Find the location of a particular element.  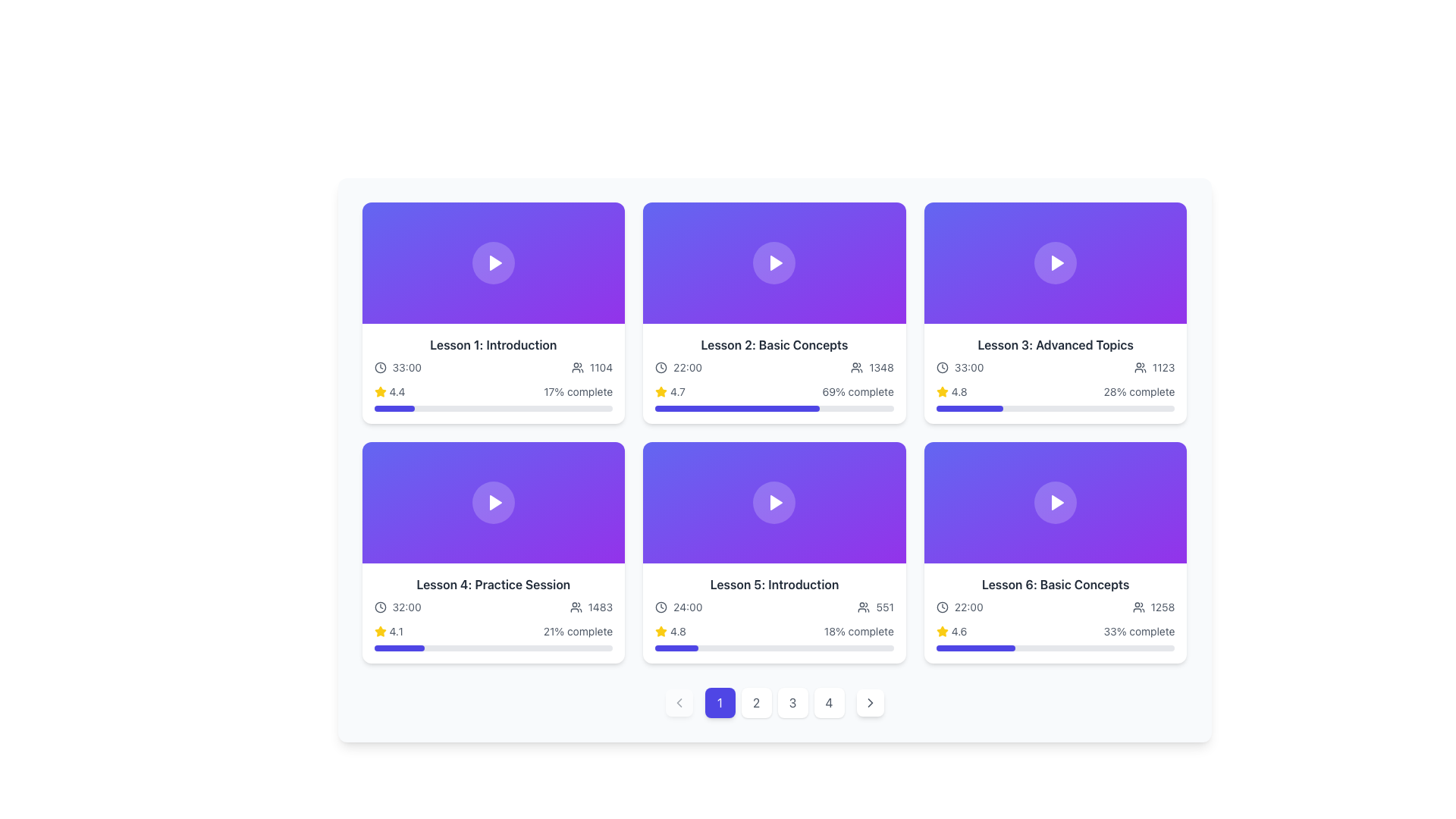

the time label displaying '24:00' with the accompanying clock icon, located within the 'Lesson 5: Introduction' tile is located at coordinates (678, 607).